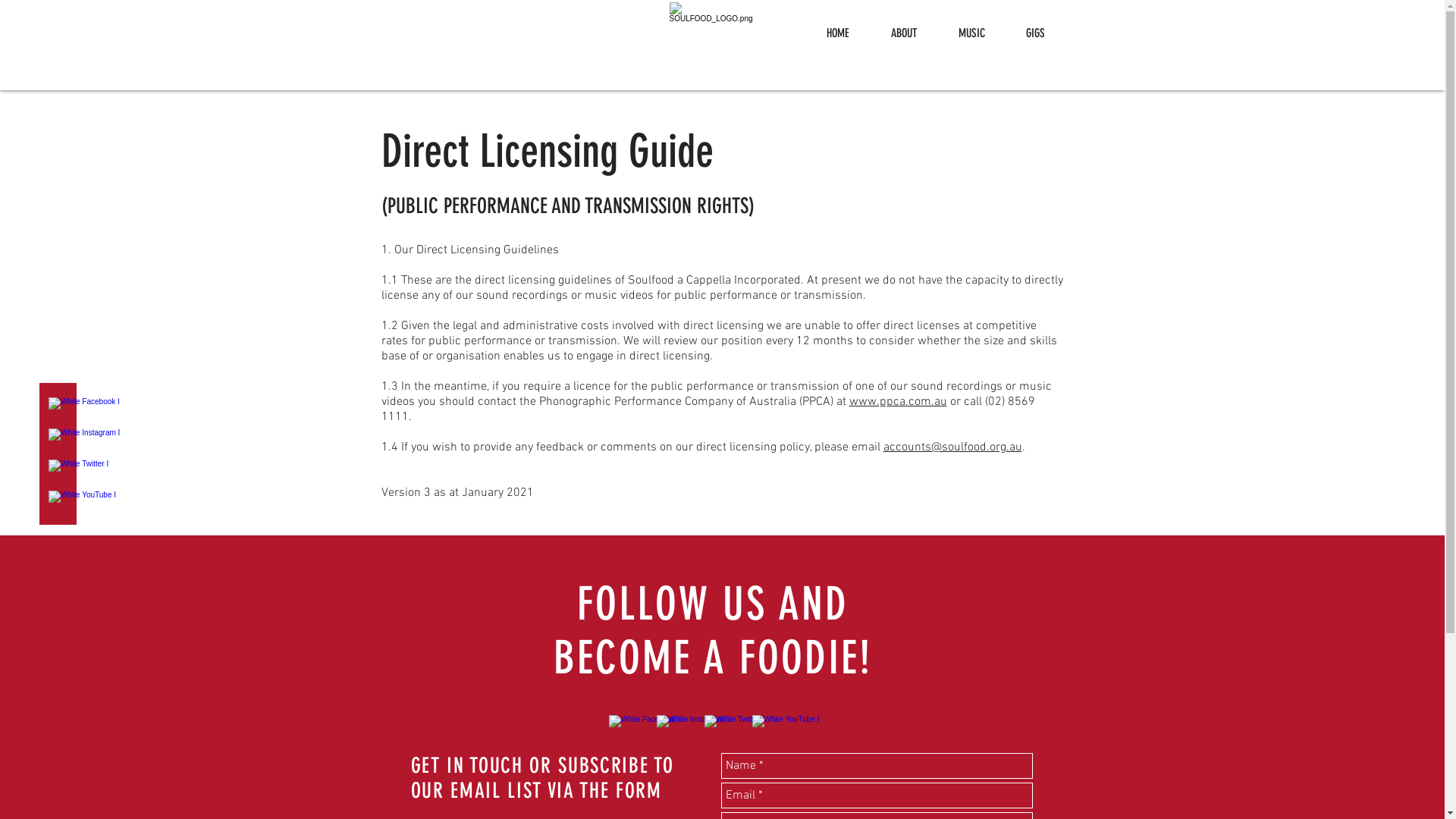 Image resolution: width=1456 pixels, height=819 pixels. I want to click on 'ABOUT', so click(904, 33).